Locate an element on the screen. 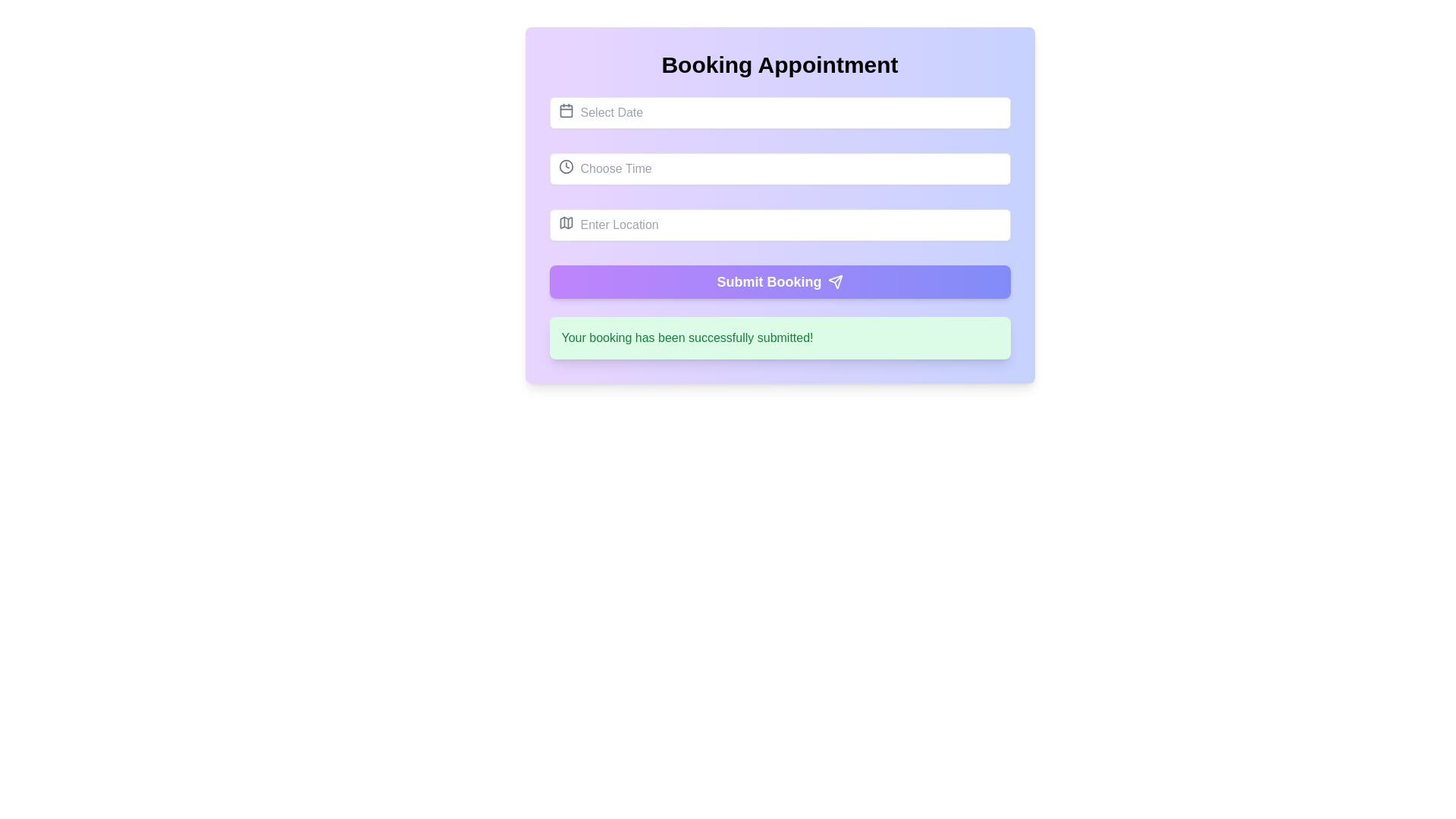 This screenshot has width=1456, height=819. the icon located to the right of the 'Submit Booking' text within the 'Submit Booking' button is located at coordinates (834, 281).